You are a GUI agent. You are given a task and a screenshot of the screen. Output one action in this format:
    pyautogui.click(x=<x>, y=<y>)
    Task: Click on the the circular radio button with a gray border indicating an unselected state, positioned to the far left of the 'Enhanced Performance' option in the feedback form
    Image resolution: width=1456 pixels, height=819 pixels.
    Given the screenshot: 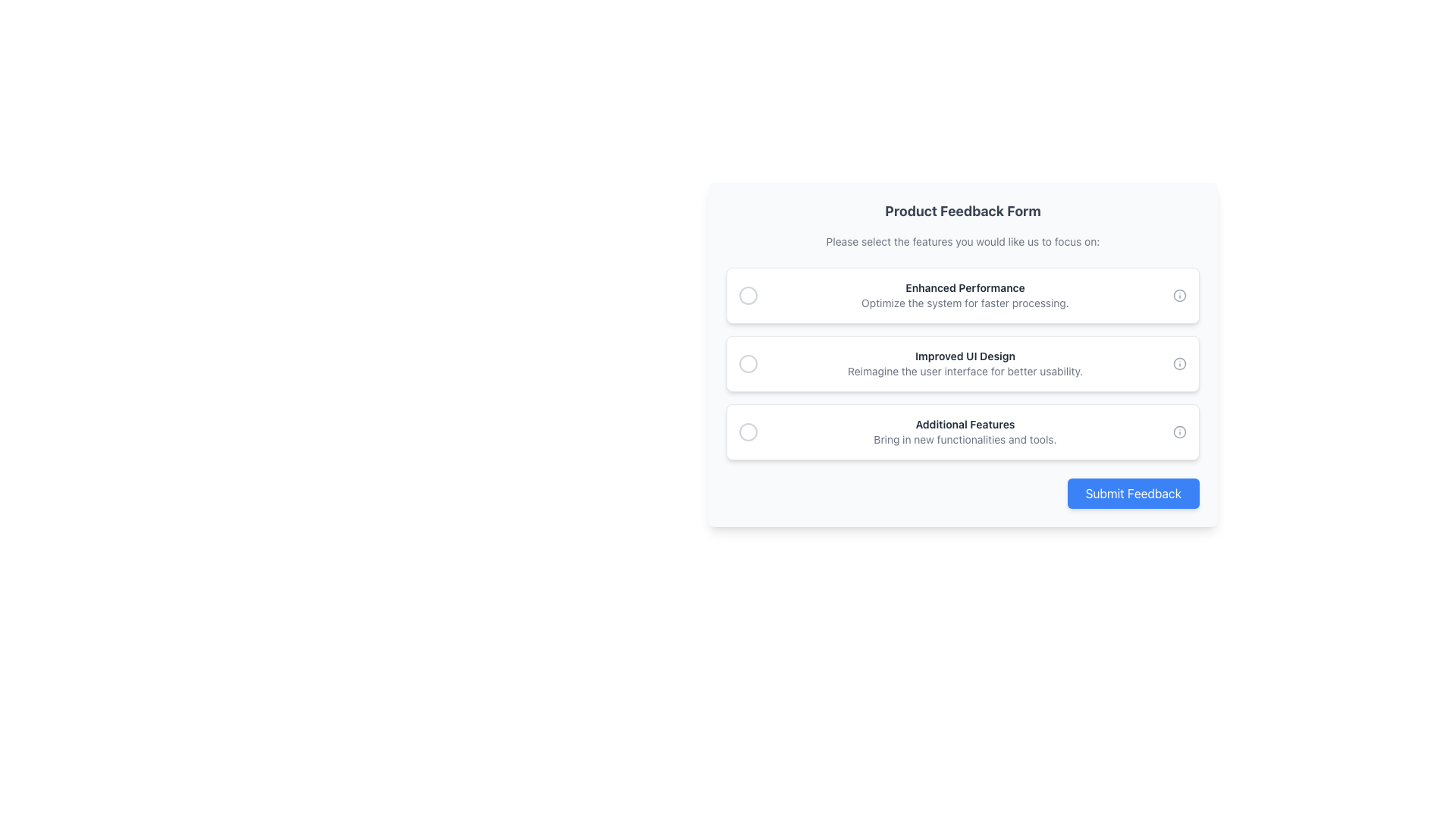 What is the action you would take?
    pyautogui.click(x=748, y=295)
    